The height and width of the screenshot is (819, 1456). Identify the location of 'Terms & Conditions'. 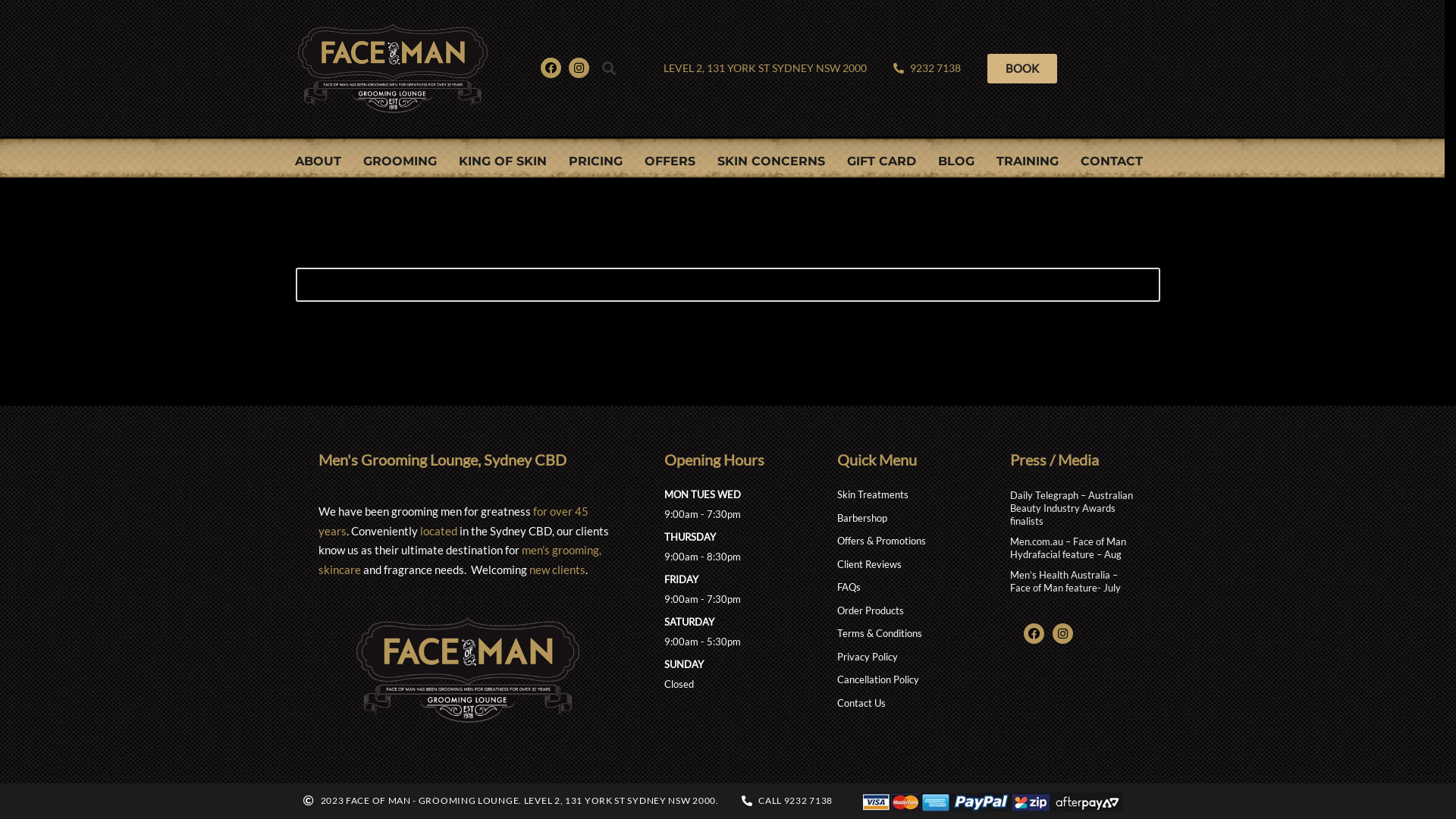
(900, 634).